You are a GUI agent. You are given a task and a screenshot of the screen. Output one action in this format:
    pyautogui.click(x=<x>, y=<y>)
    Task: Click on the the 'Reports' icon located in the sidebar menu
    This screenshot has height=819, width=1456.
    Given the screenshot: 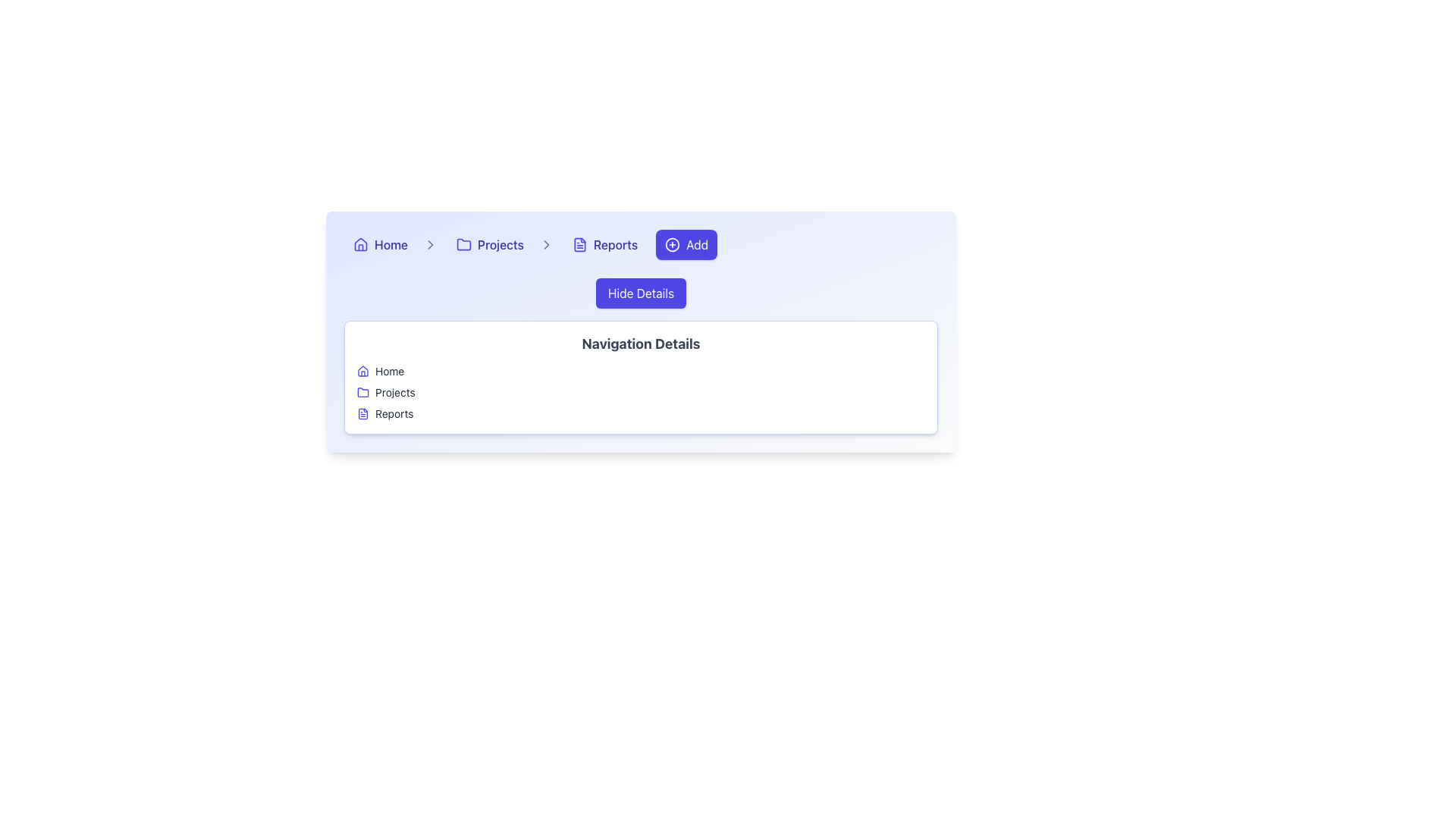 What is the action you would take?
    pyautogui.click(x=362, y=414)
    